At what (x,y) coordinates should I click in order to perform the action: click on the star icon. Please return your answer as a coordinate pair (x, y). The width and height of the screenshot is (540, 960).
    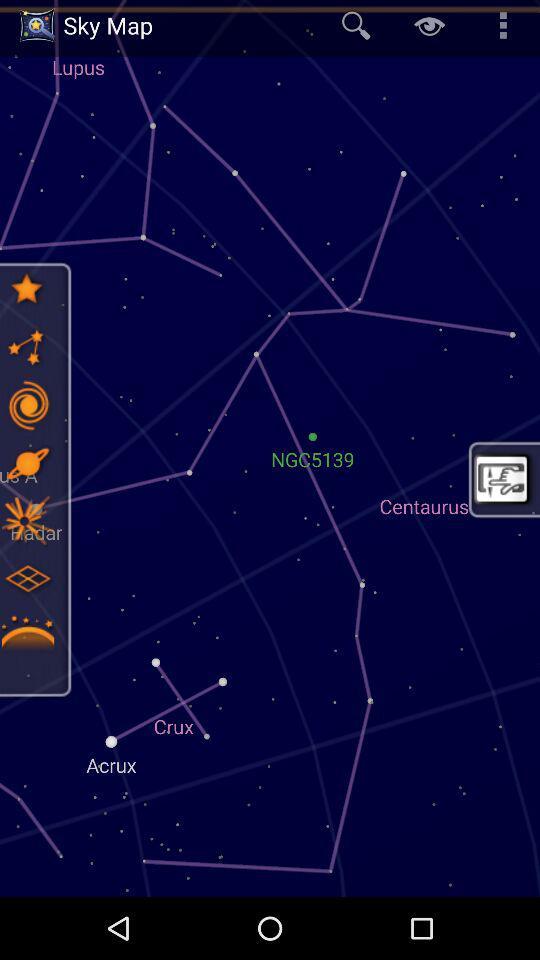
    Looking at the image, I should click on (26, 519).